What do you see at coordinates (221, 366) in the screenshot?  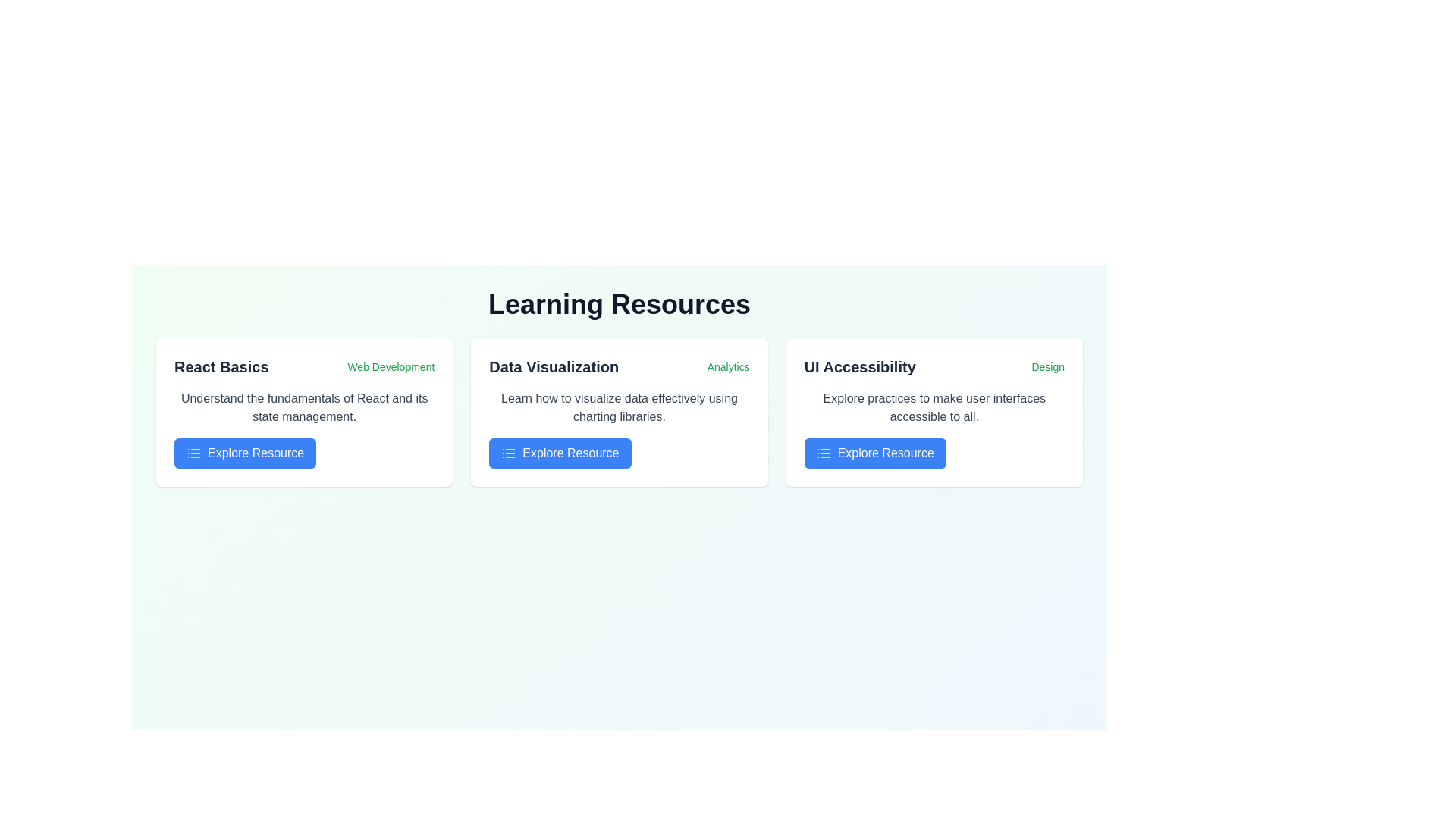 I see `the text label displaying the title 'React Basics' located within the leftmost card of the three-card row, under the header 'Learning Resources'` at bounding box center [221, 366].